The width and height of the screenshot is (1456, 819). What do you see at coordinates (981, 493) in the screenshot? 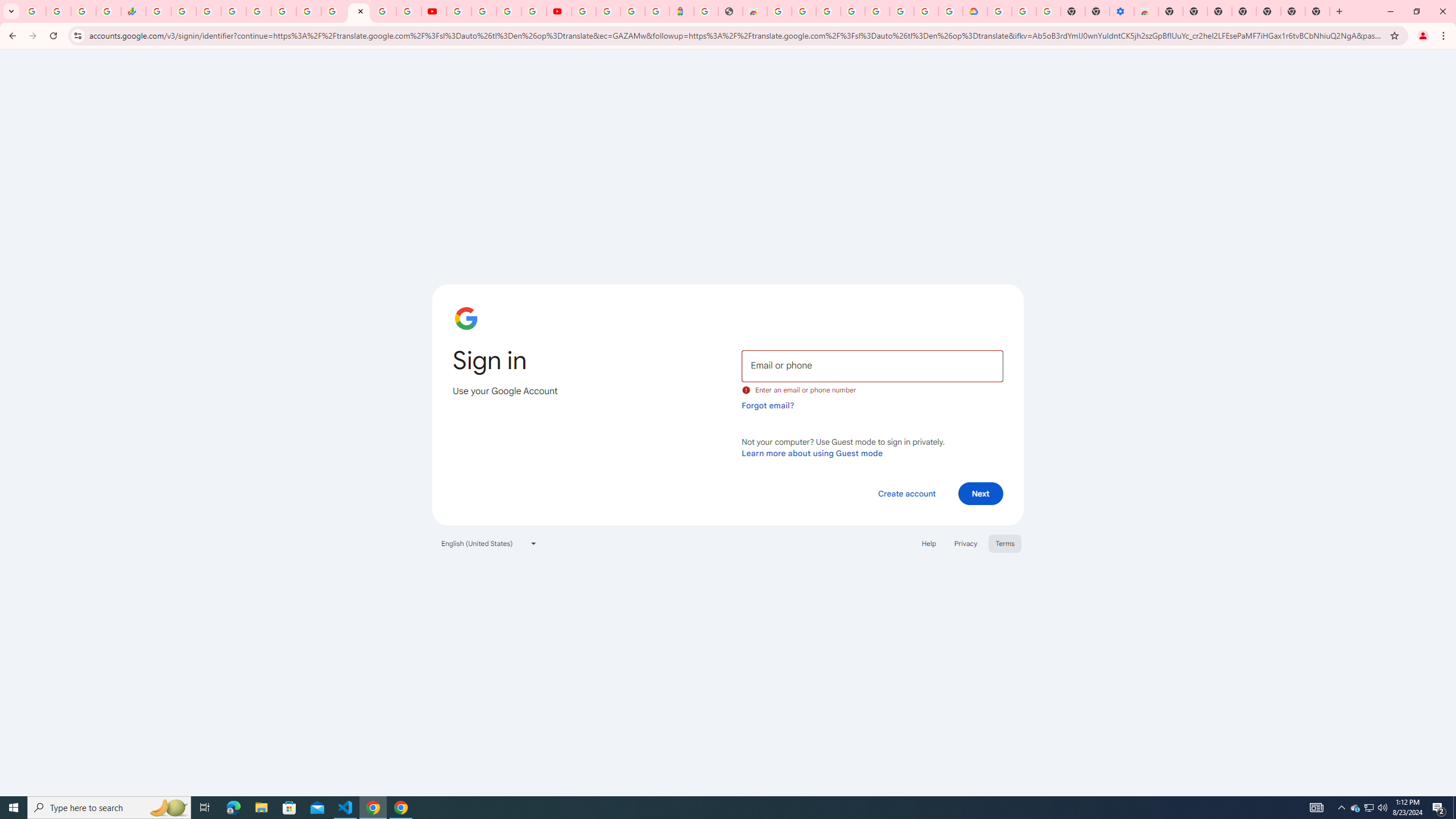
I see `'Next'` at bounding box center [981, 493].